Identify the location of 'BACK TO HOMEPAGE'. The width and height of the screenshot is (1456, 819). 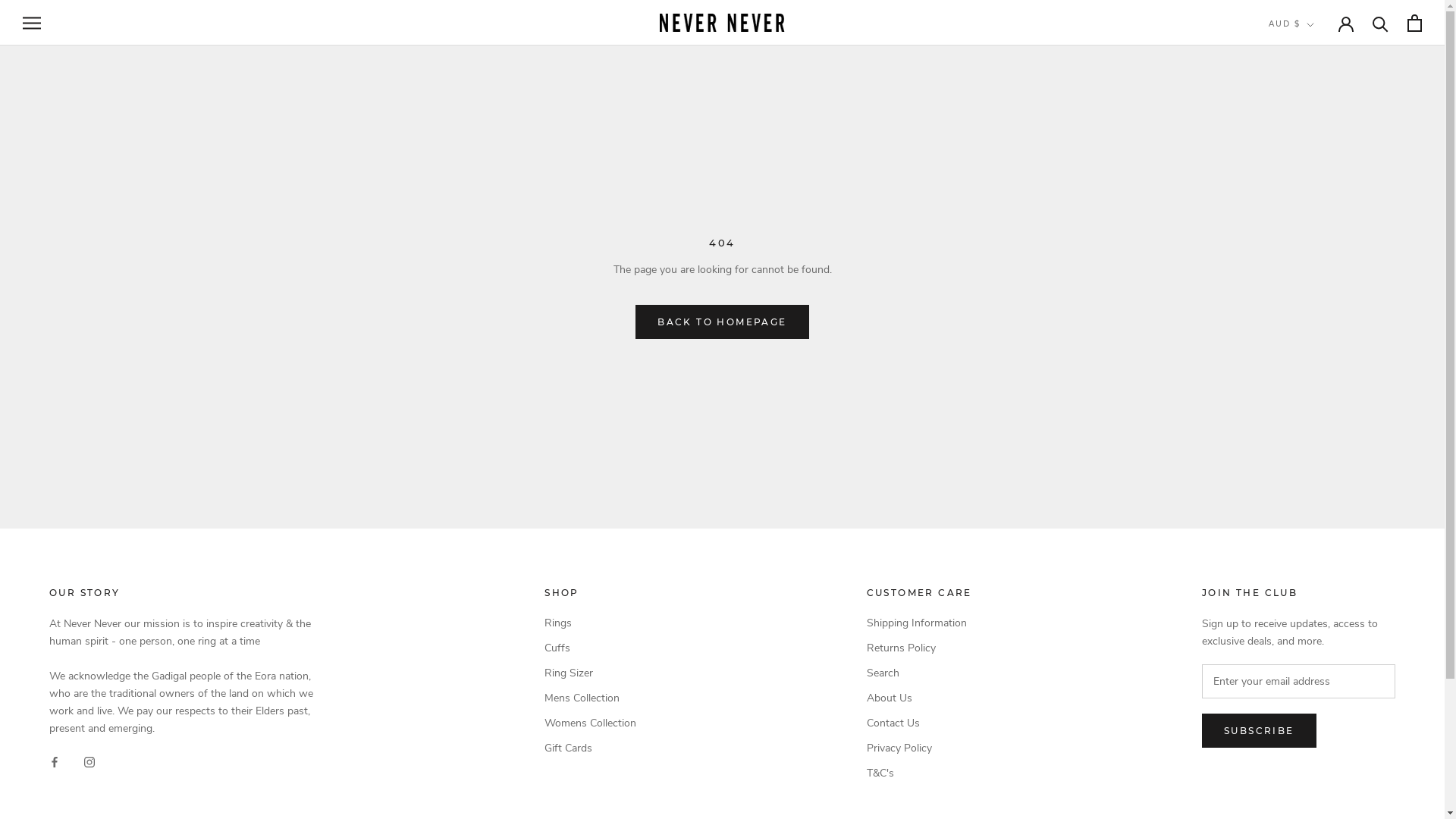
(720, 321).